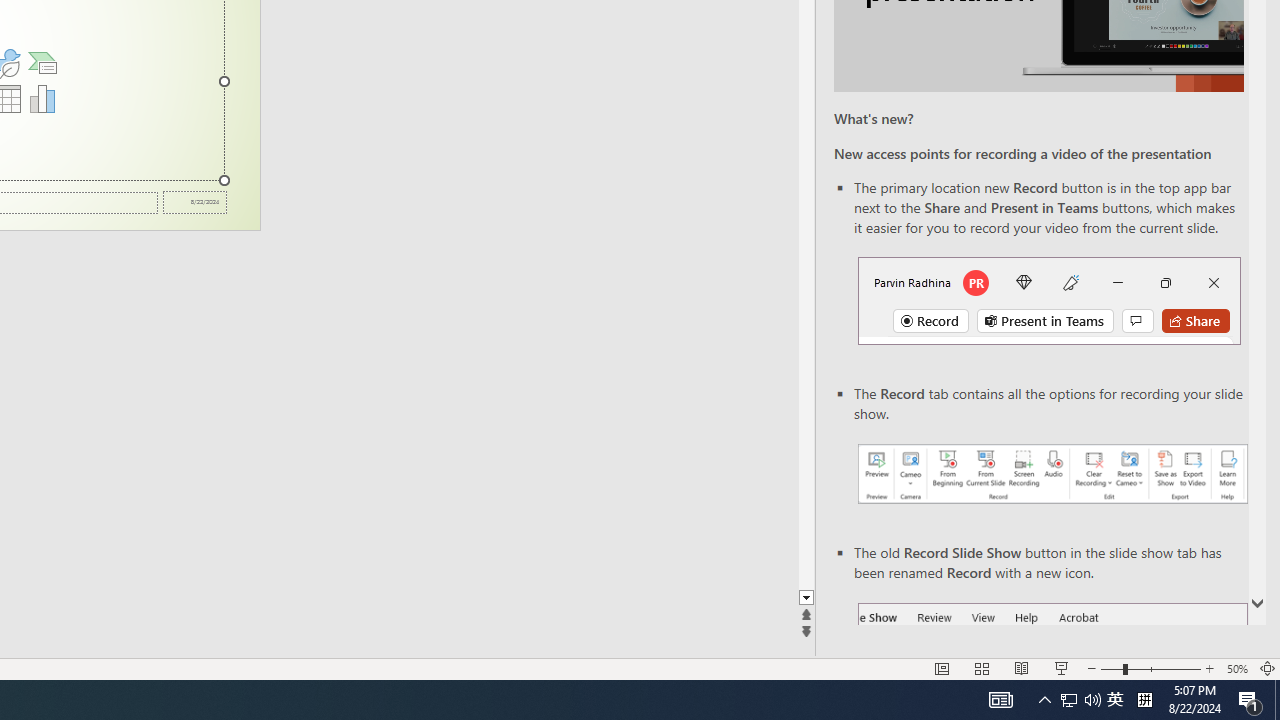 This screenshot has height=720, width=1280. I want to click on 'Record button in top bar', so click(1048, 300).